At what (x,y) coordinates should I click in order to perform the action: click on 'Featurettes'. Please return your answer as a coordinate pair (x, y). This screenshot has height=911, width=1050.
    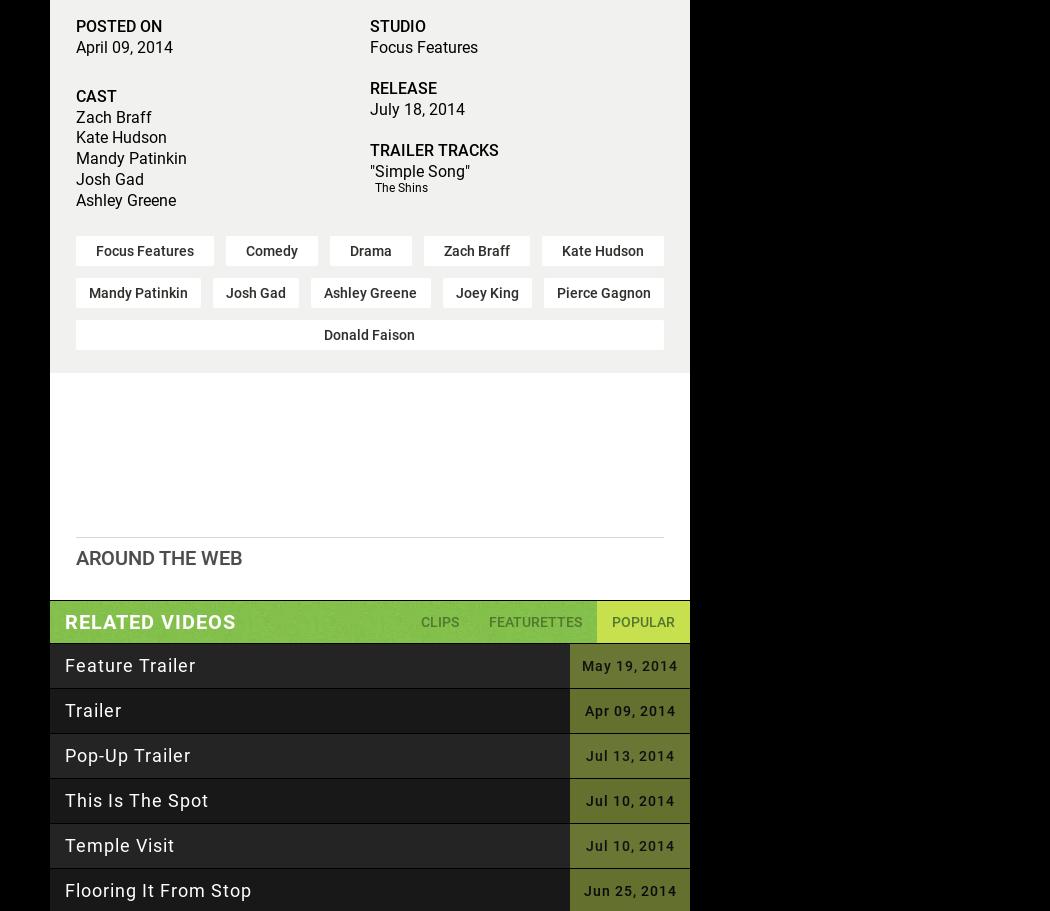
    Looking at the image, I should click on (535, 620).